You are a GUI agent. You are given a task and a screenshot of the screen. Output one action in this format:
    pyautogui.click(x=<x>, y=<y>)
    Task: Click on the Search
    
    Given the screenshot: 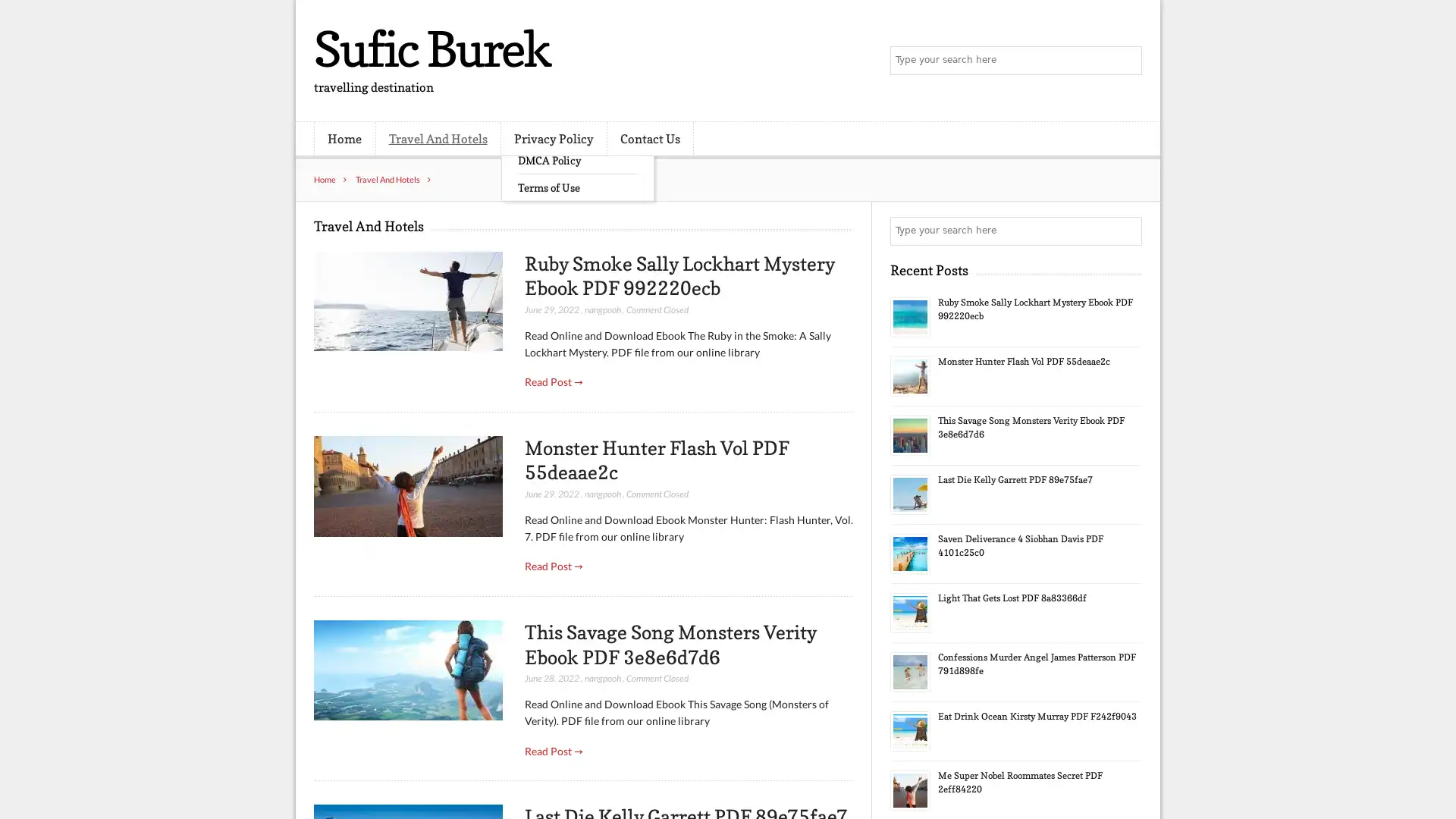 What is the action you would take?
    pyautogui.click(x=1126, y=231)
    